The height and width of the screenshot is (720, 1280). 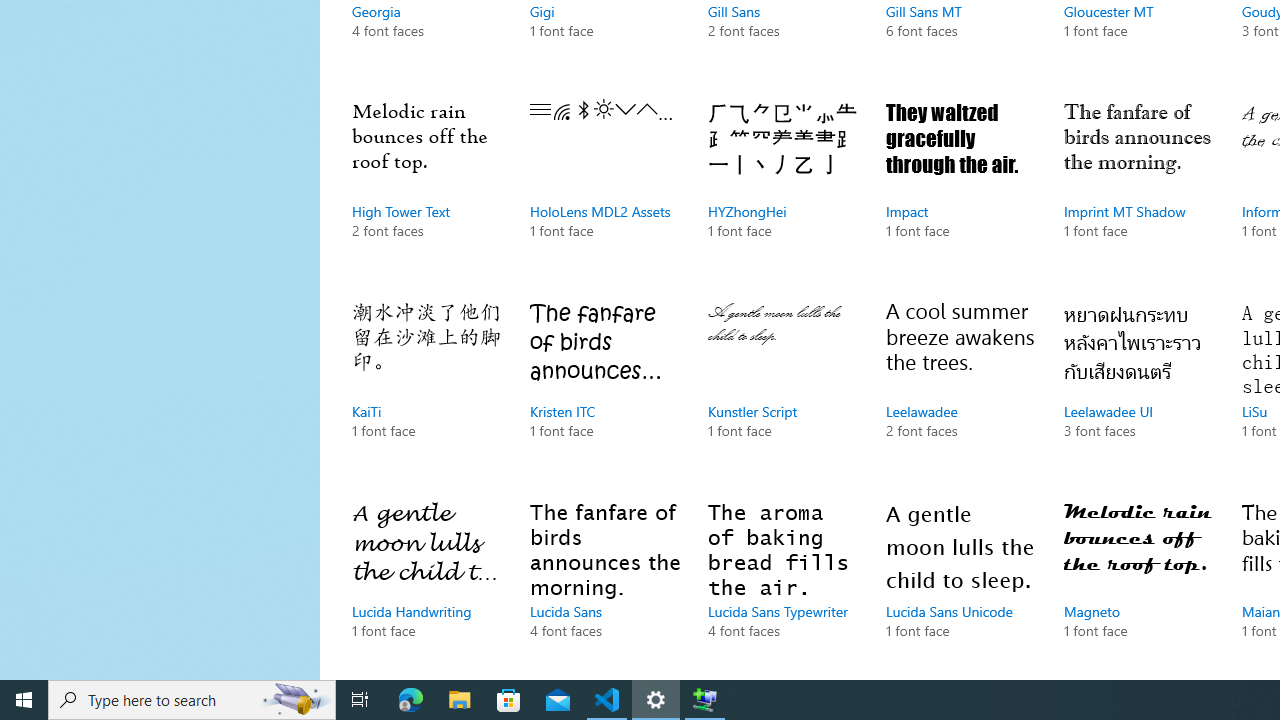 What do you see at coordinates (603, 390) in the screenshot?
I see `'Kristen ITC, 1 font face'` at bounding box center [603, 390].